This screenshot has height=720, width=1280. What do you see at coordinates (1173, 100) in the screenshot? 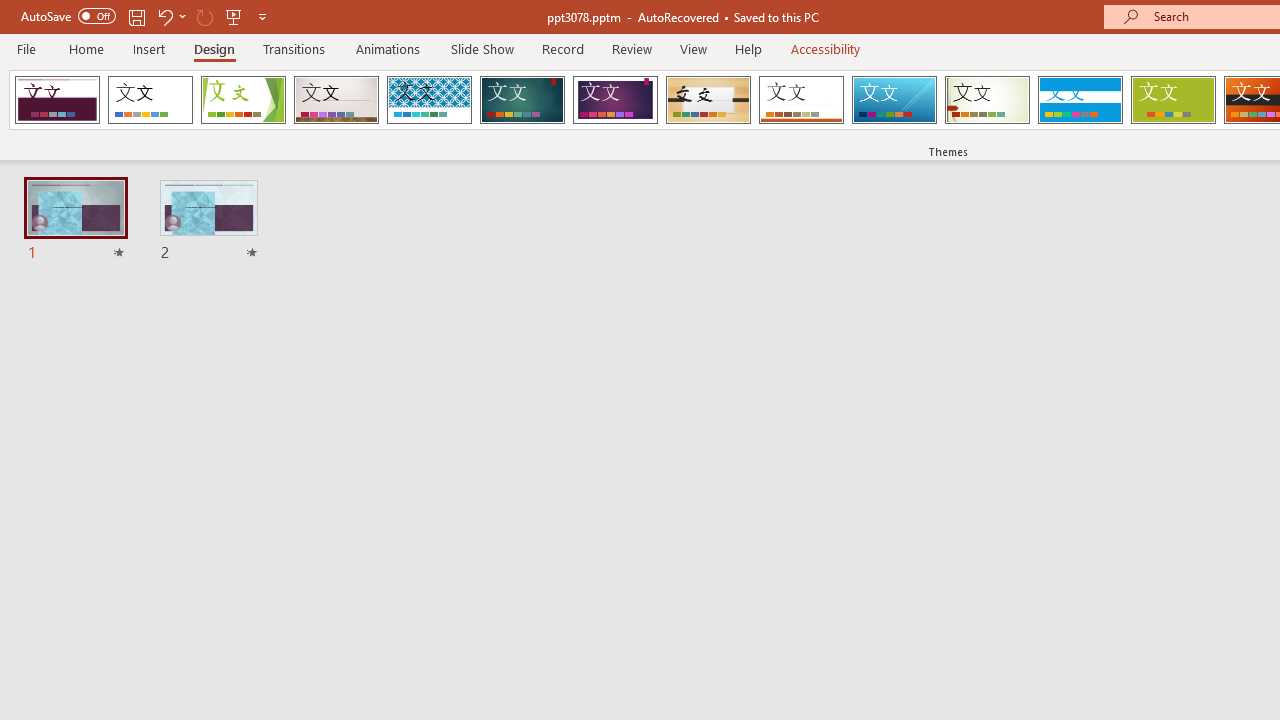
I see `'Basis'` at bounding box center [1173, 100].